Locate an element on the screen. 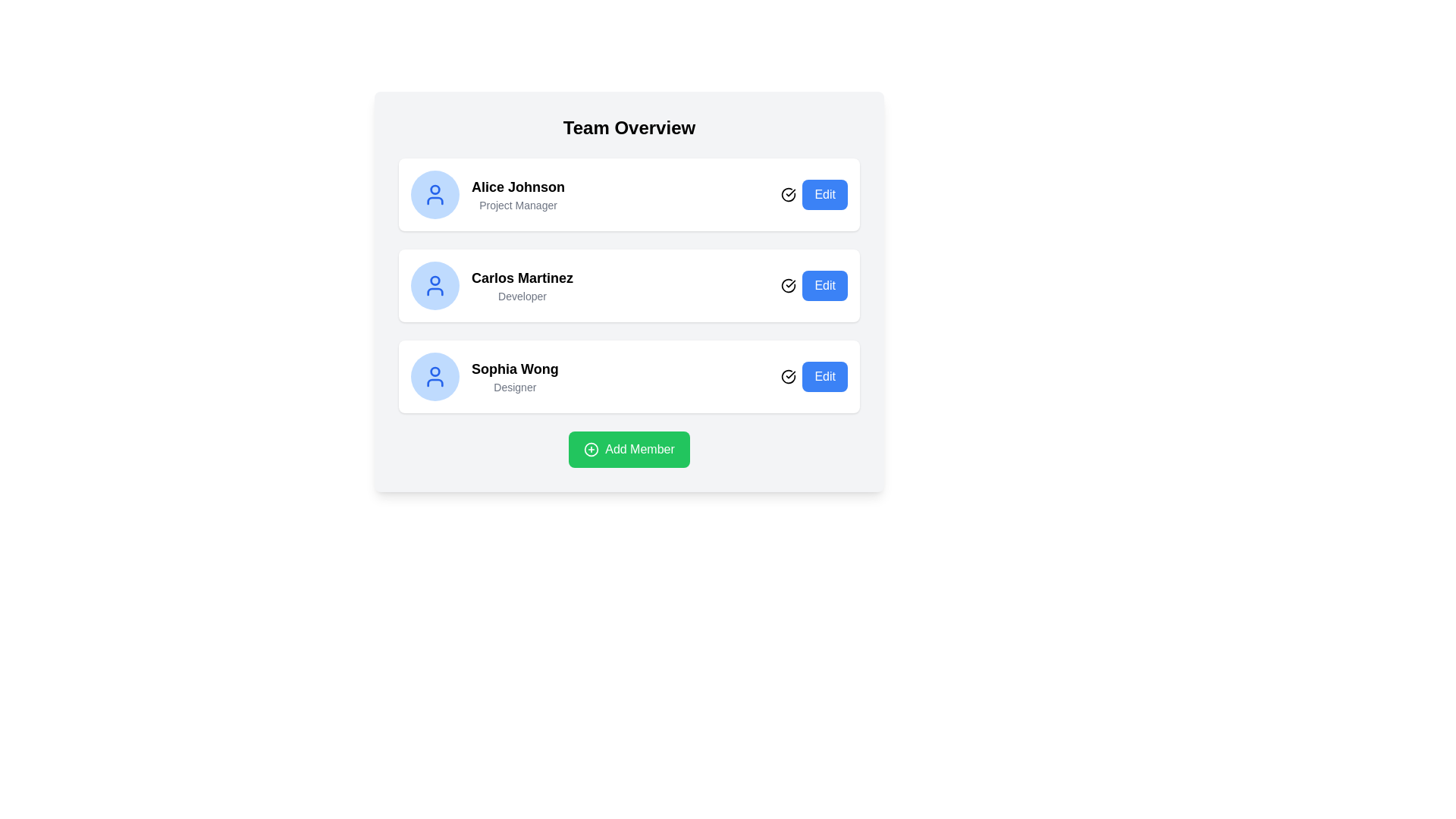  the status icon with a checkmark style located immediately to the left of the 'Edit' button in the row for 'Carlos Martinez' is located at coordinates (789, 286).